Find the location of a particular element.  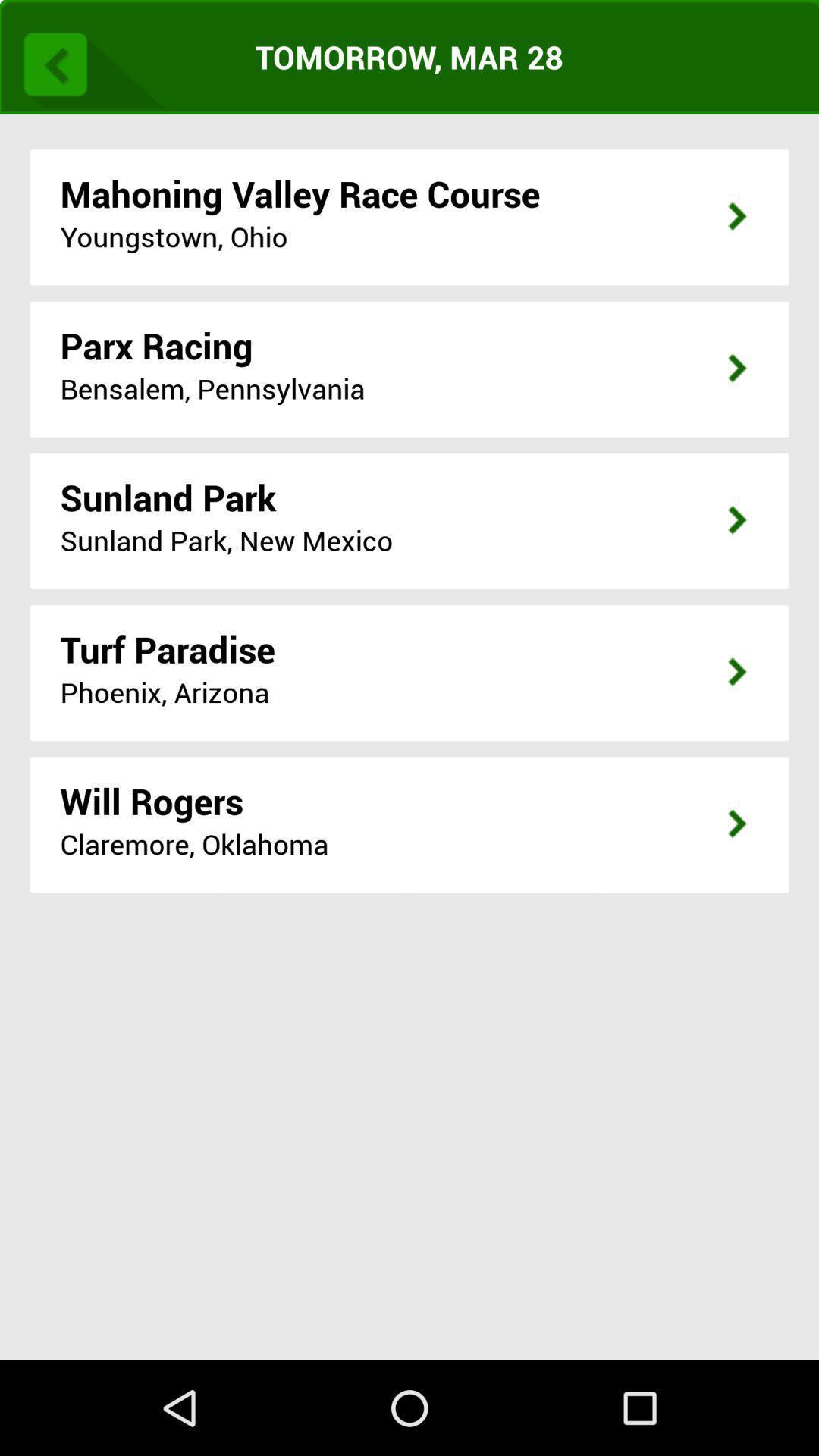

go back is located at coordinates (89, 61).